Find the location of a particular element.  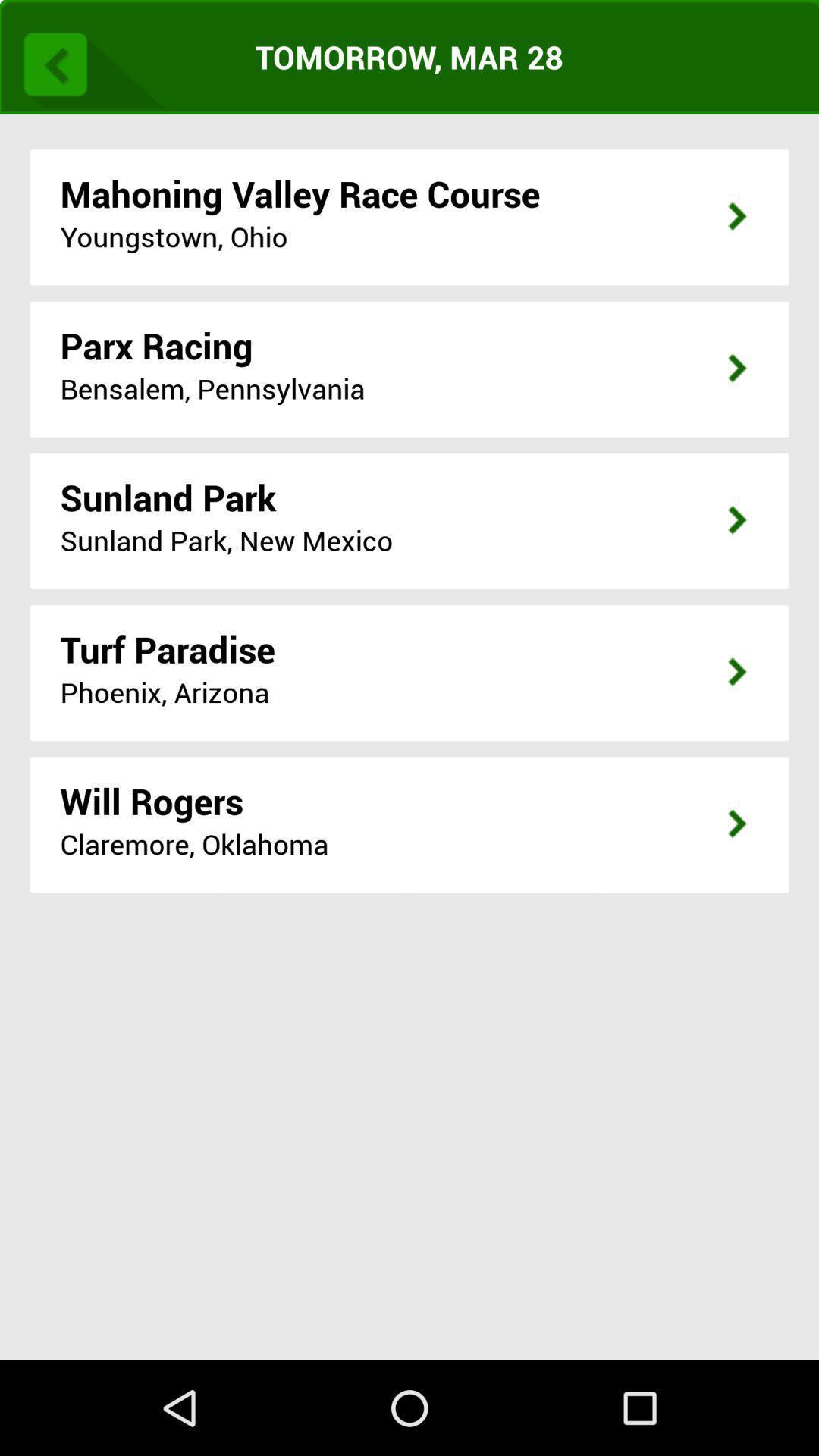

go back is located at coordinates (89, 61).